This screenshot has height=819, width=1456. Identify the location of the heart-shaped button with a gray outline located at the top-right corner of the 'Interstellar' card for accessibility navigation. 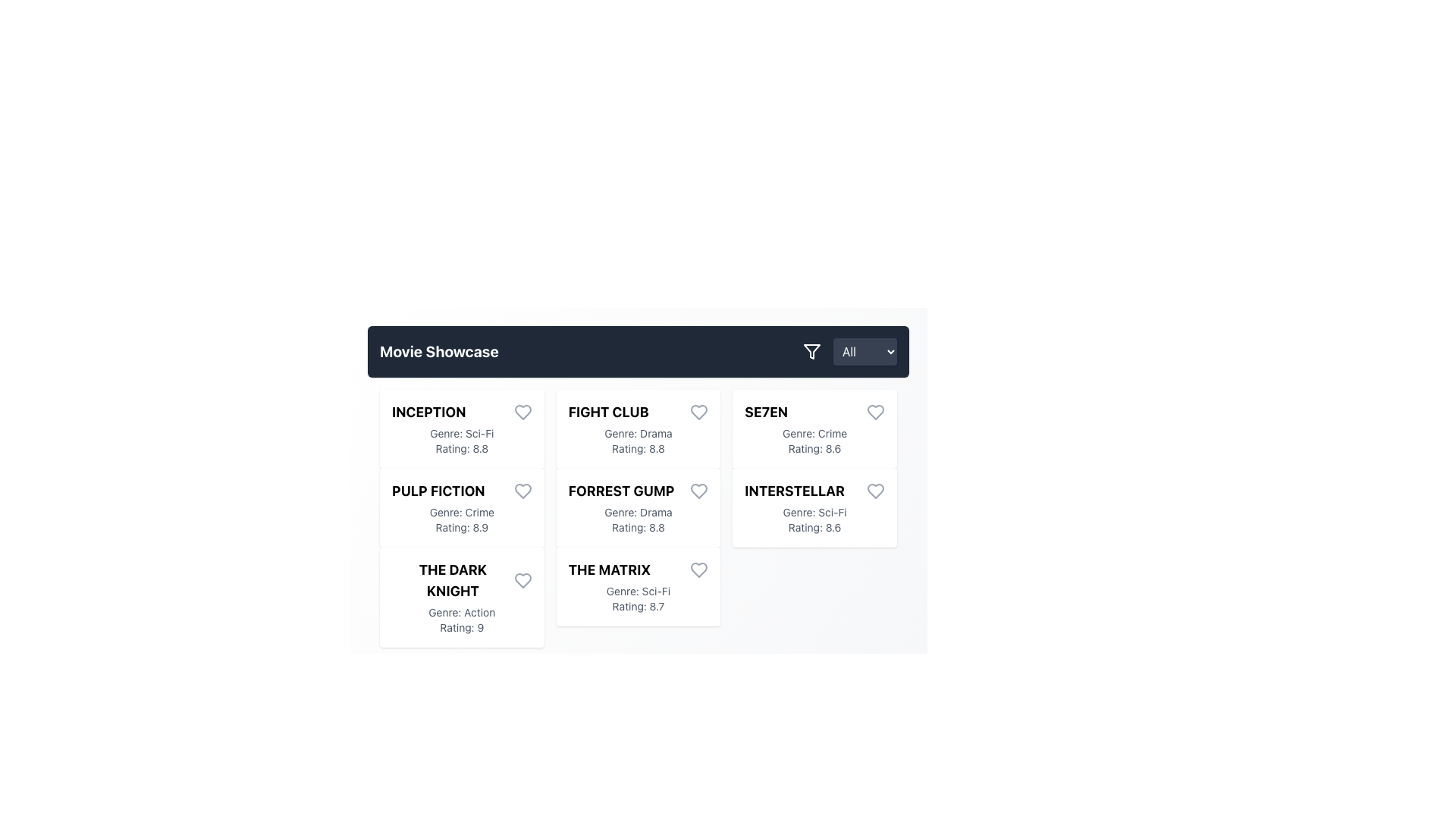
(875, 491).